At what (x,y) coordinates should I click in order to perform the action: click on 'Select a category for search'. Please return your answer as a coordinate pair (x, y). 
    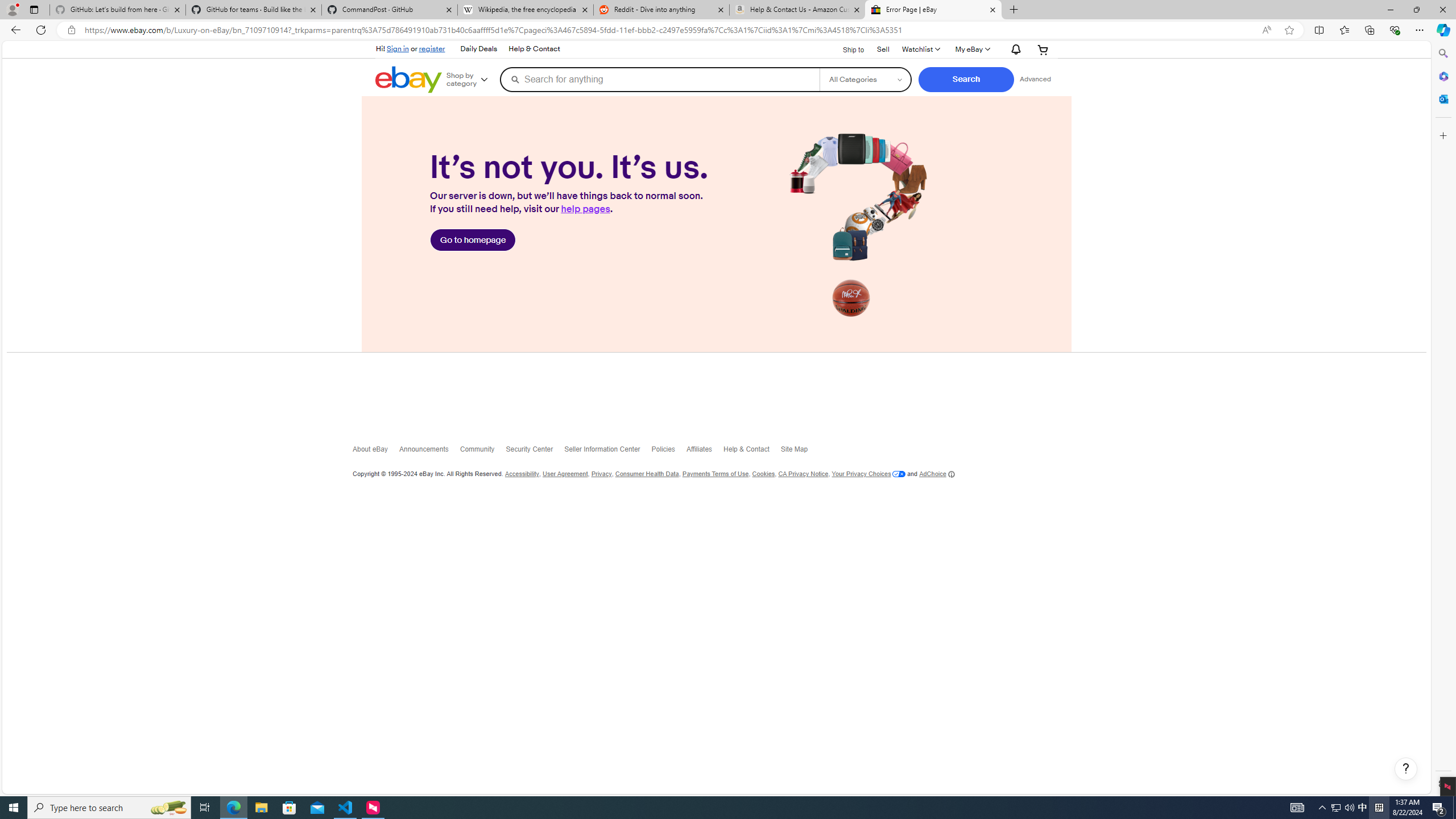
    Looking at the image, I should click on (864, 78).